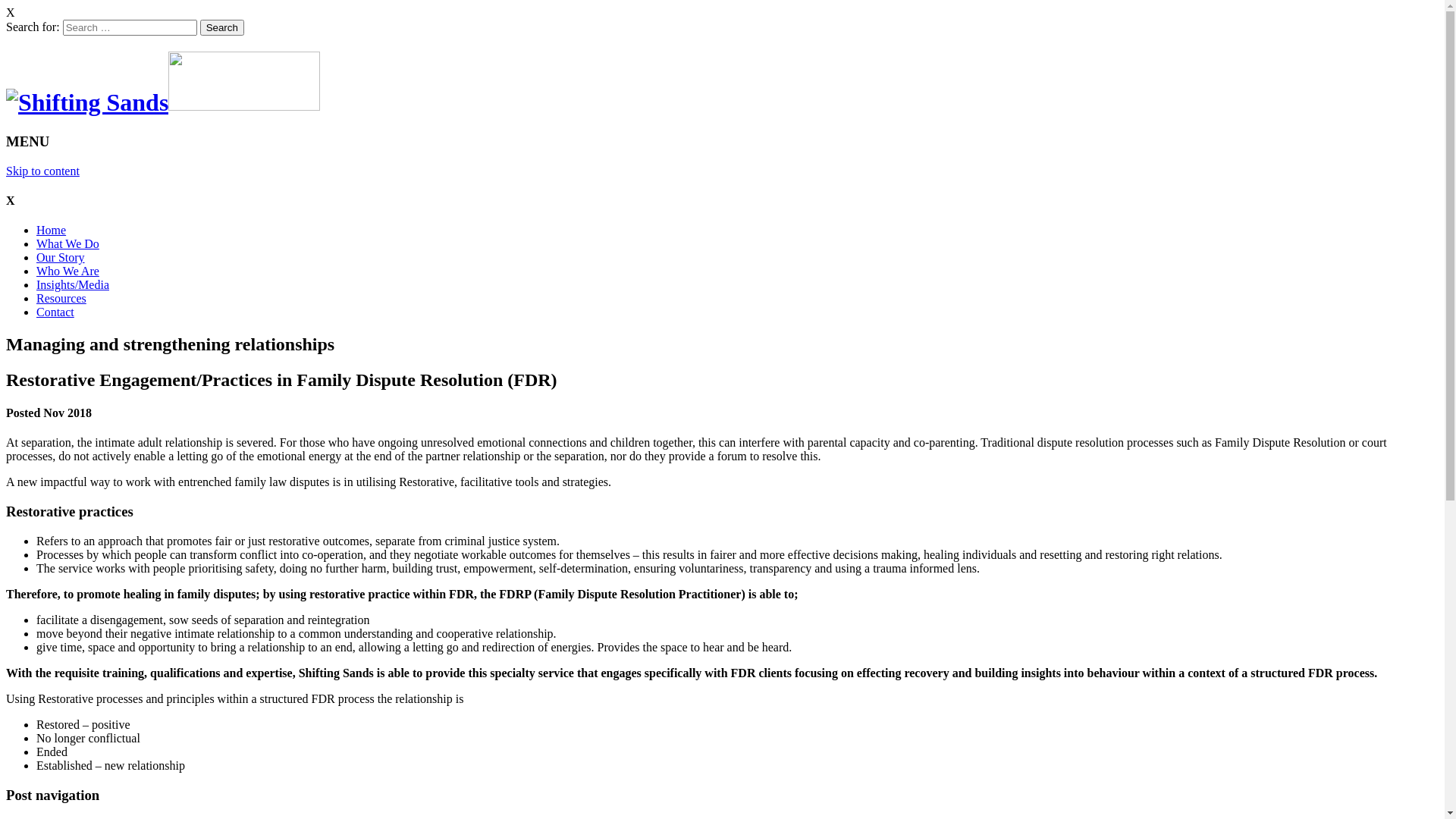 This screenshot has width=1456, height=819. Describe the element at coordinates (67, 243) in the screenshot. I see `'What We Do'` at that location.